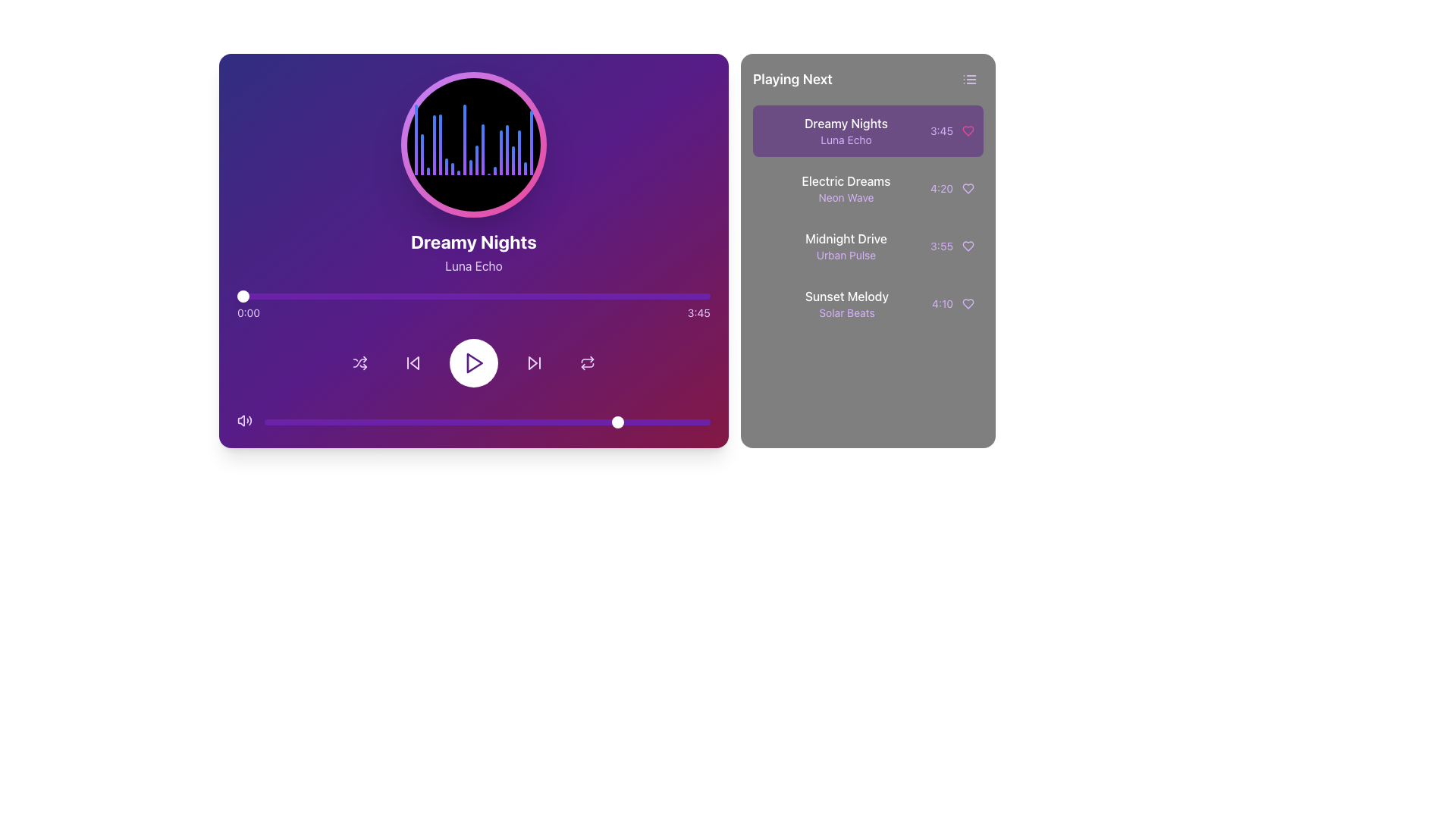 Image resolution: width=1456 pixels, height=819 pixels. What do you see at coordinates (472, 172) in the screenshot?
I see `the Dynamic visualizer element, which features a circular, gradient-enclosed black area with vertical pulsating bars resembling sound waves, located above the text 'Dreamy Nights' and 'Luna Echo'` at bounding box center [472, 172].